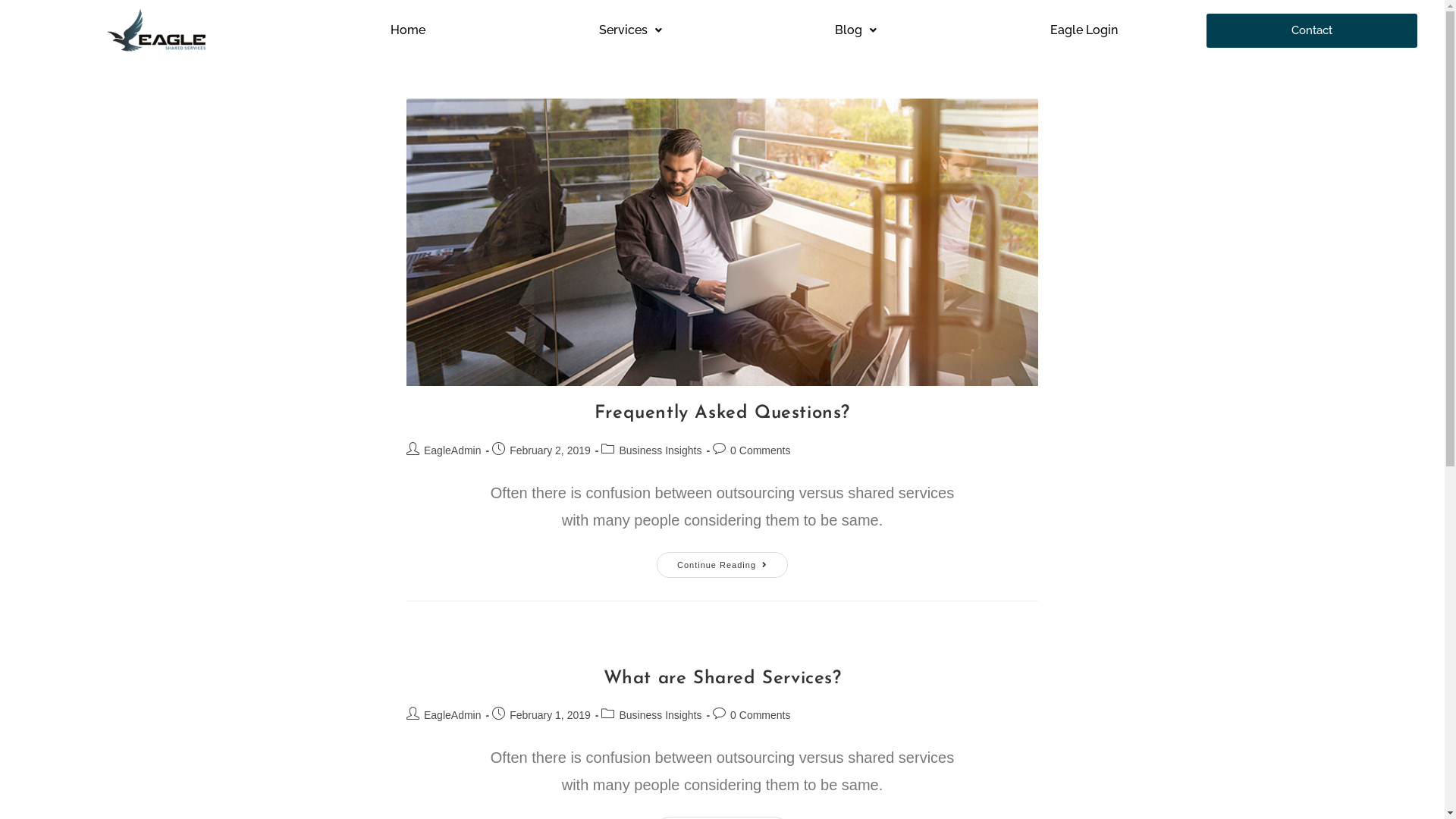  I want to click on 'Home', so click(407, 30).